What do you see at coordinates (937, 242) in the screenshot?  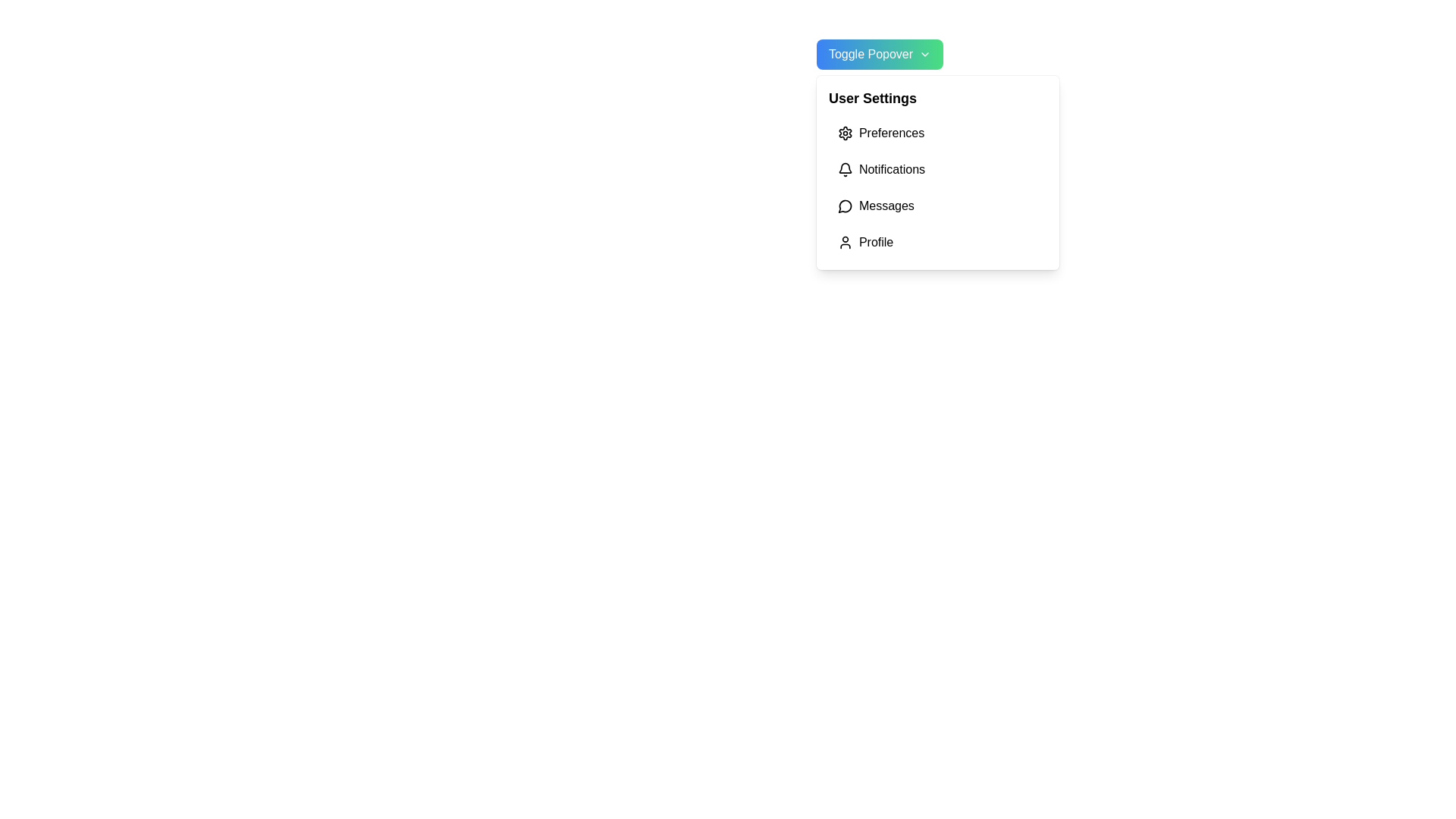 I see `the 'Profile' menu option, which is the last item in the vertical menu under 'User Settings'` at bounding box center [937, 242].